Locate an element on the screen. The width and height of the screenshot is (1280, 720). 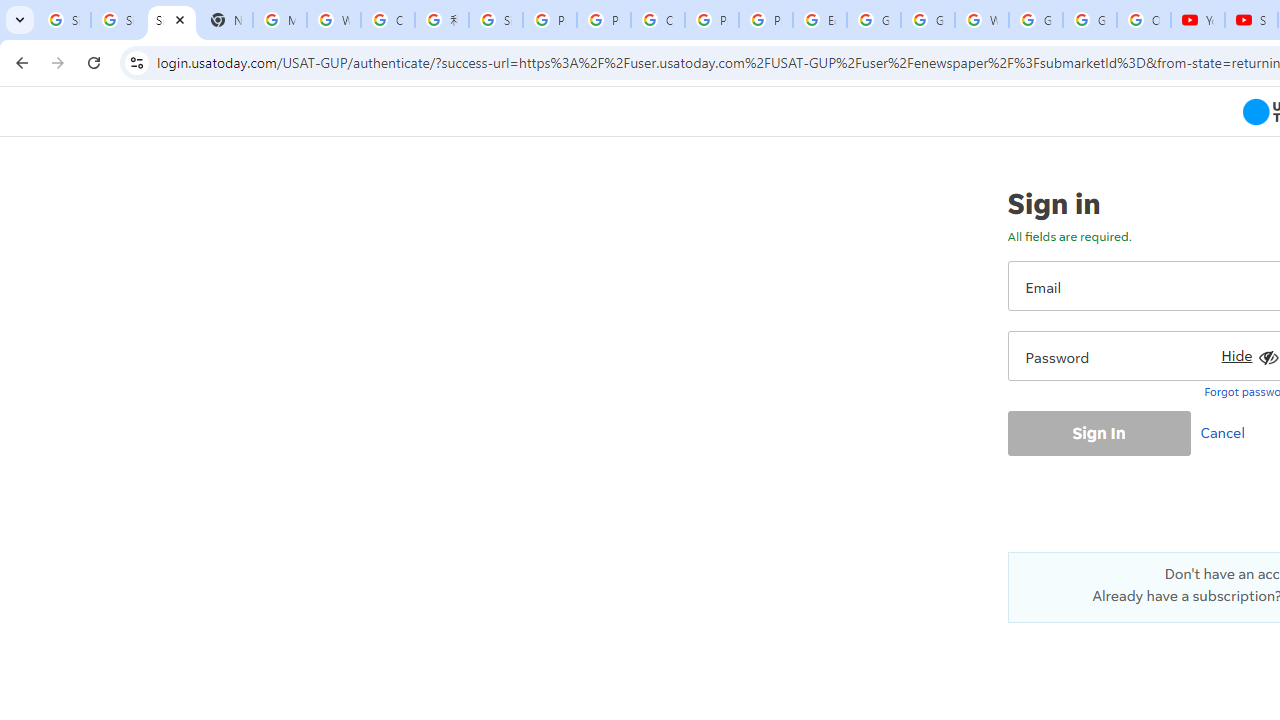
'Sign in - Google Accounts' is located at coordinates (64, 20).